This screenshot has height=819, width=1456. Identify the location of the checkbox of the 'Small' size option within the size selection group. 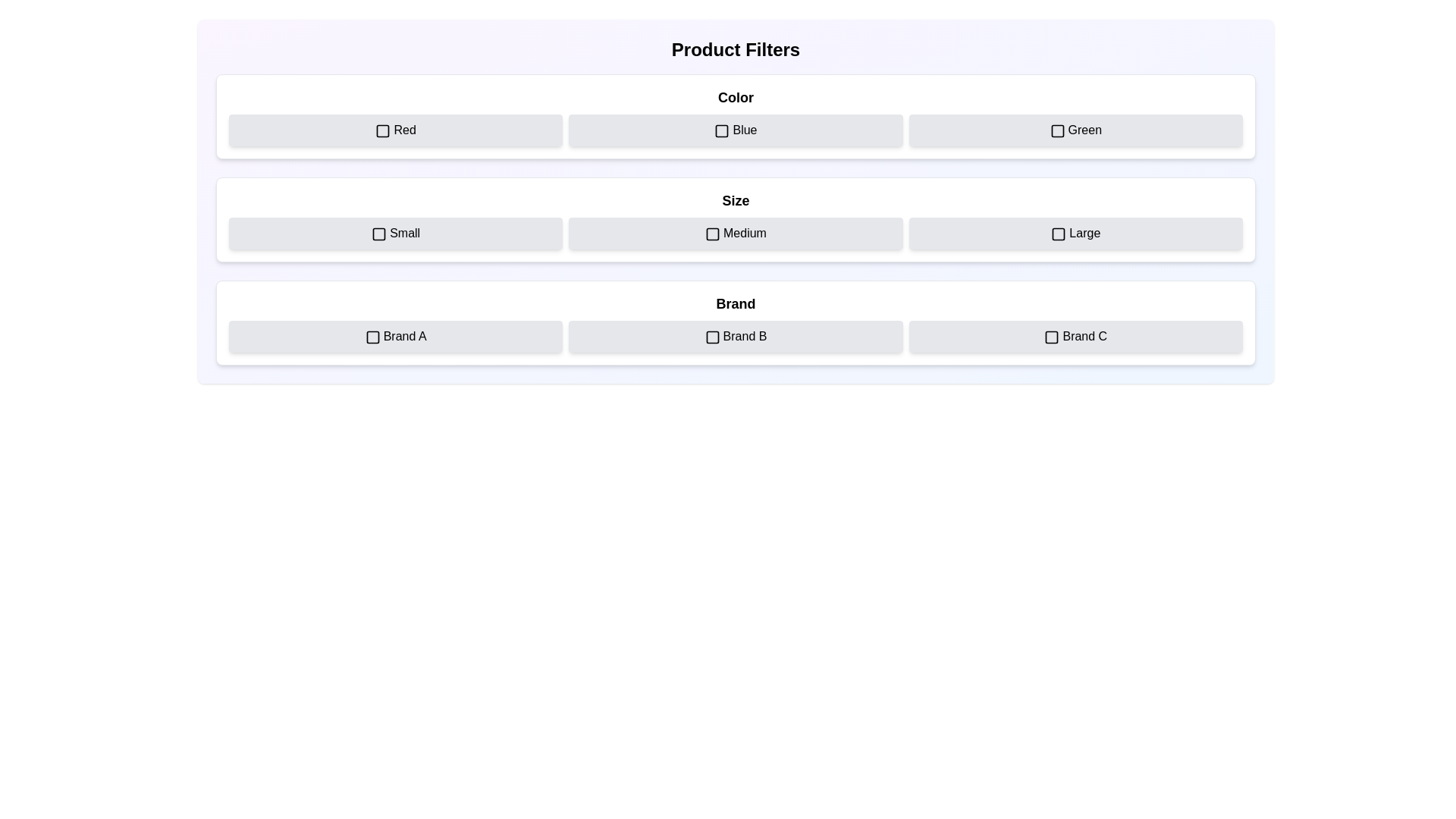
(396, 234).